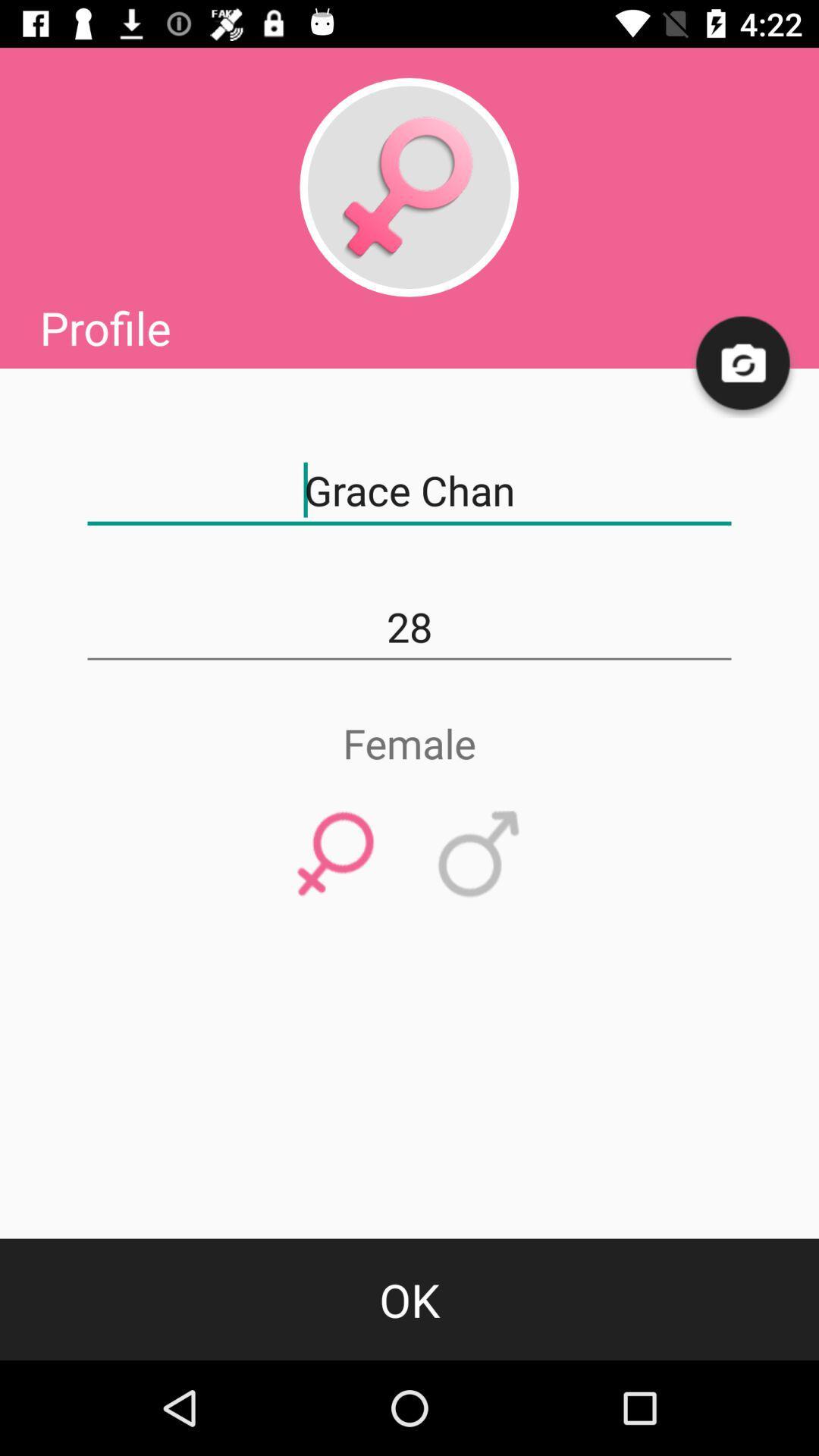  Describe the element at coordinates (479, 855) in the screenshot. I see `male option` at that location.